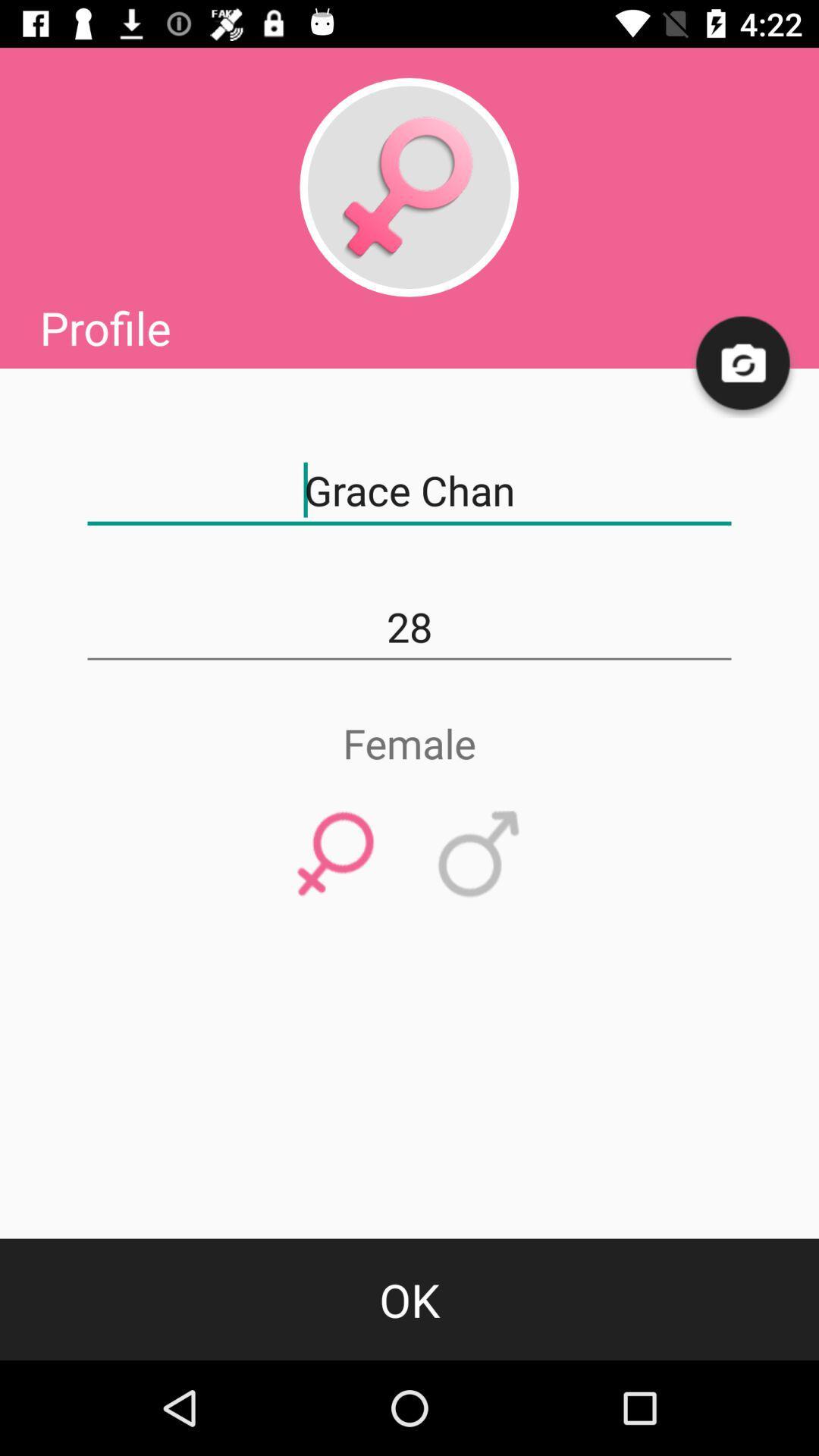  Describe the element at coordinates (479, 855) in the screenshot. I see `male option` at that location.